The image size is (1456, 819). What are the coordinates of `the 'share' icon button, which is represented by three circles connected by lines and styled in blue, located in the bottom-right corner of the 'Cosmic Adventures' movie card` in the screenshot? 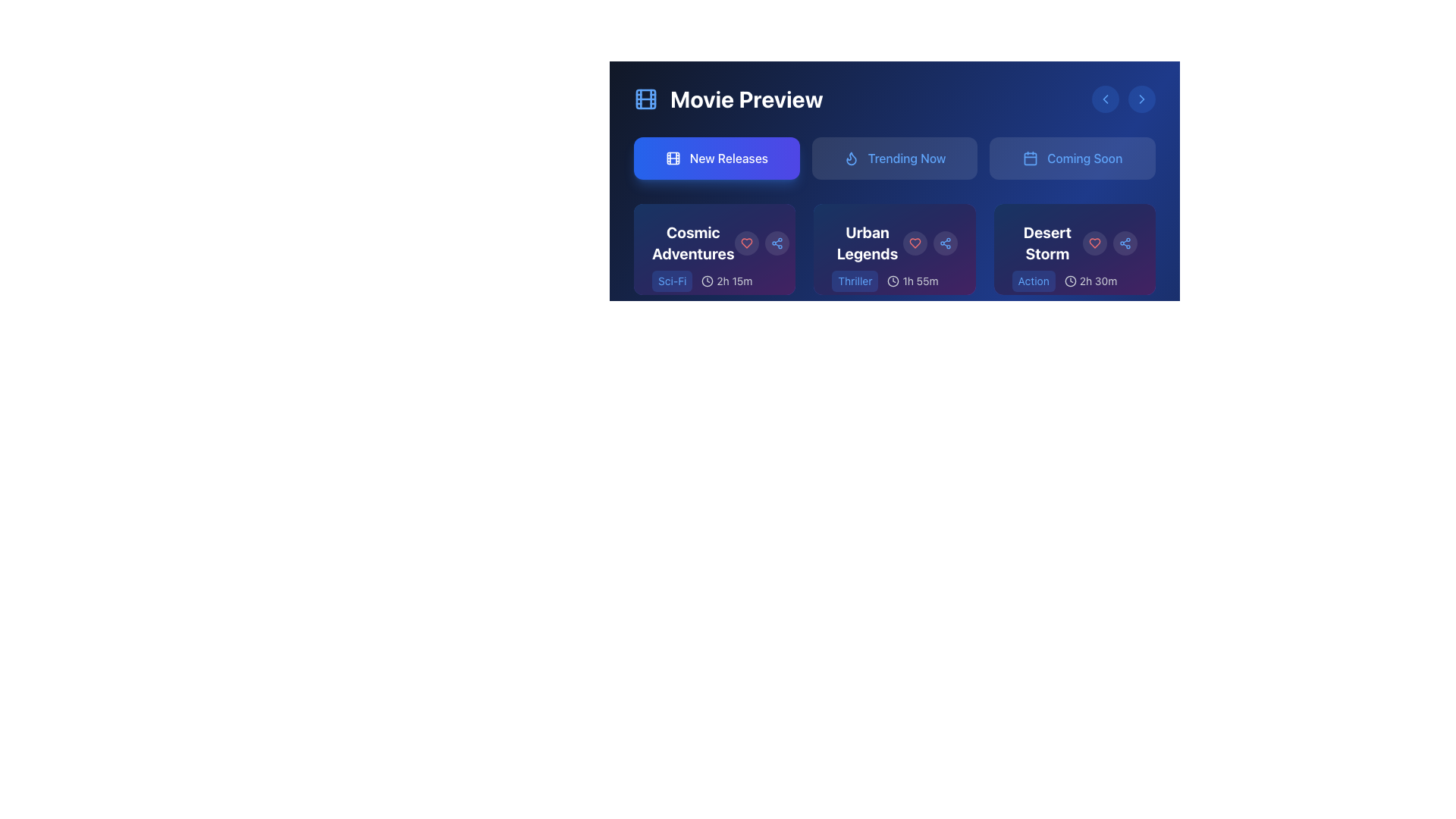 It's located at (777, 242).